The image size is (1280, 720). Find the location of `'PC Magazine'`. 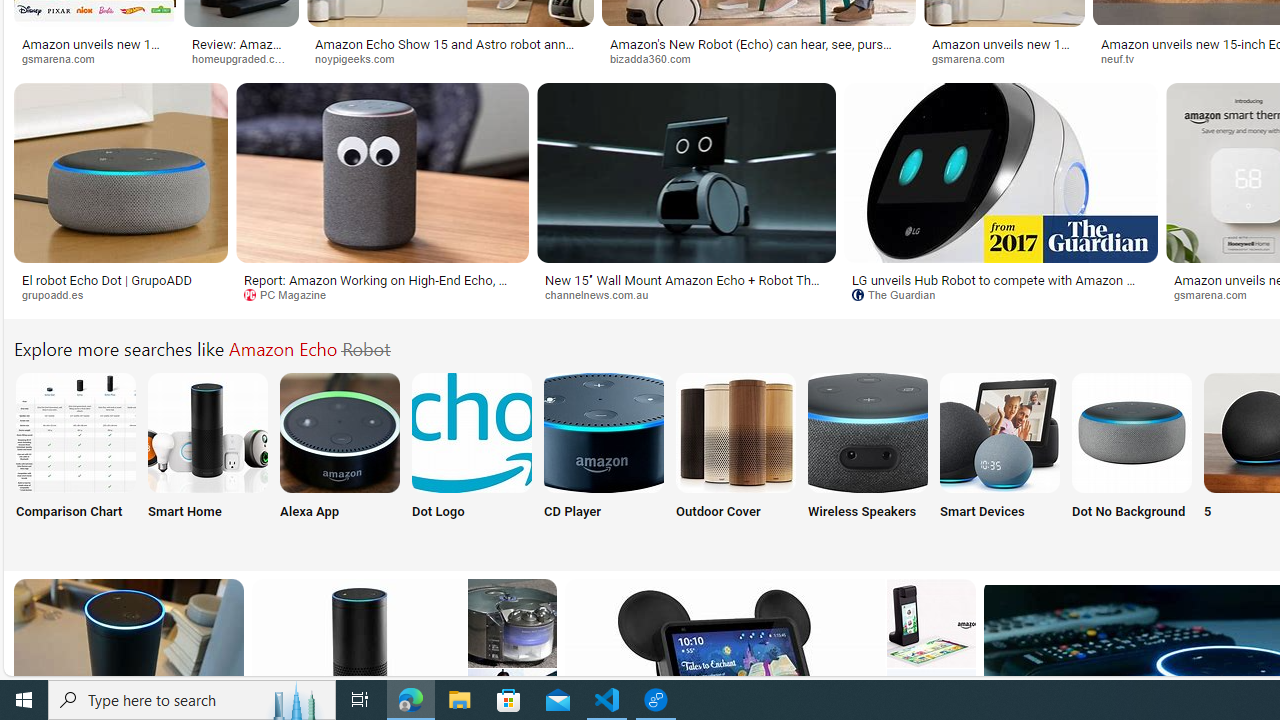

'PC Magazine' is located at coordinates (291, 294).